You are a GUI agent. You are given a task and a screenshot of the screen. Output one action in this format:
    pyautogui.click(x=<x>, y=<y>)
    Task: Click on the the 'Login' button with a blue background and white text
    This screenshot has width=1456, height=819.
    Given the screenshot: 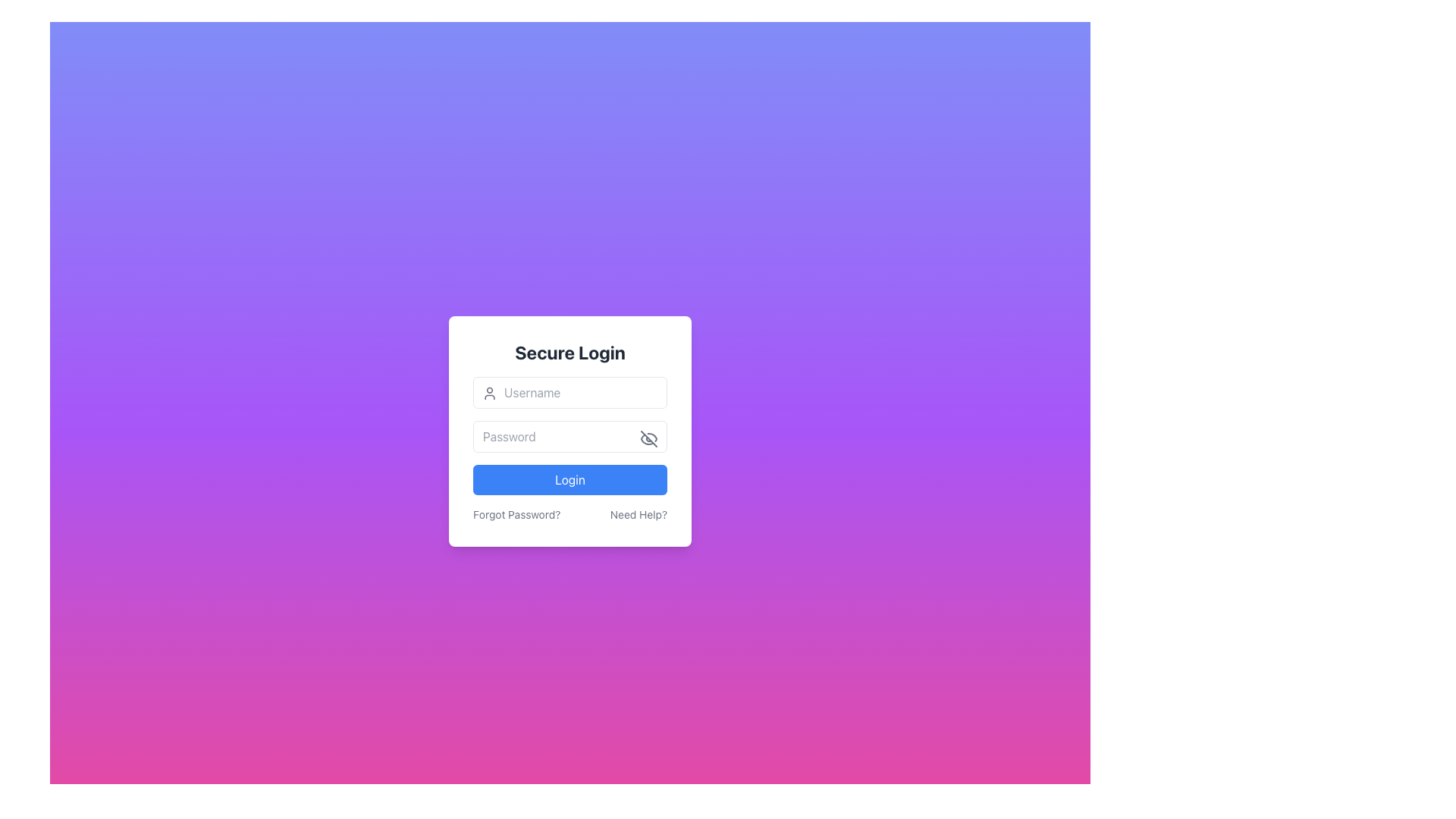 What is the action you would take?
    pyautogui.click(x=570, y=479)
    